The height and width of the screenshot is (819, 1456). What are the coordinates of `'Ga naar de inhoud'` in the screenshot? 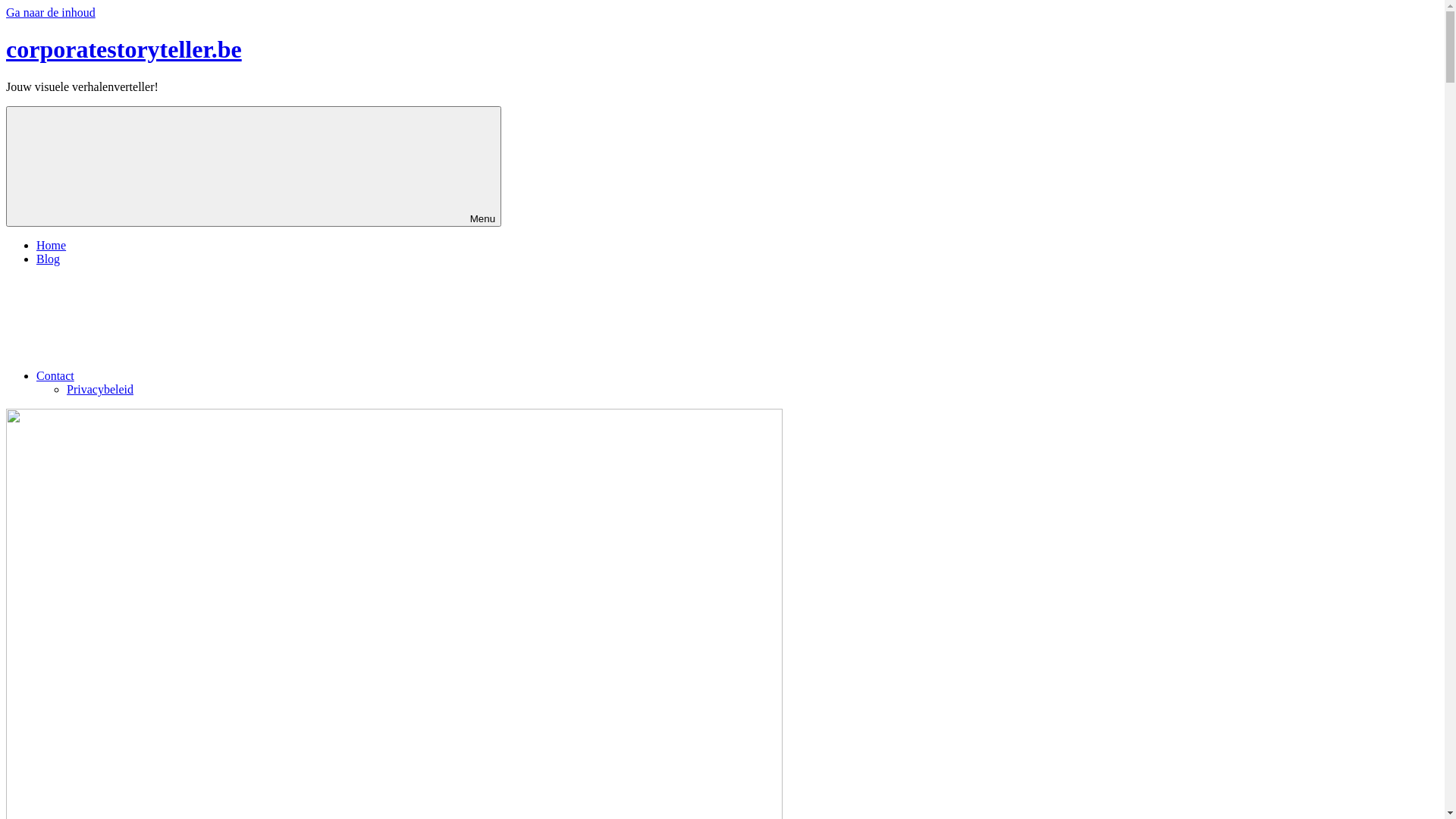 It's located at (51, 12).